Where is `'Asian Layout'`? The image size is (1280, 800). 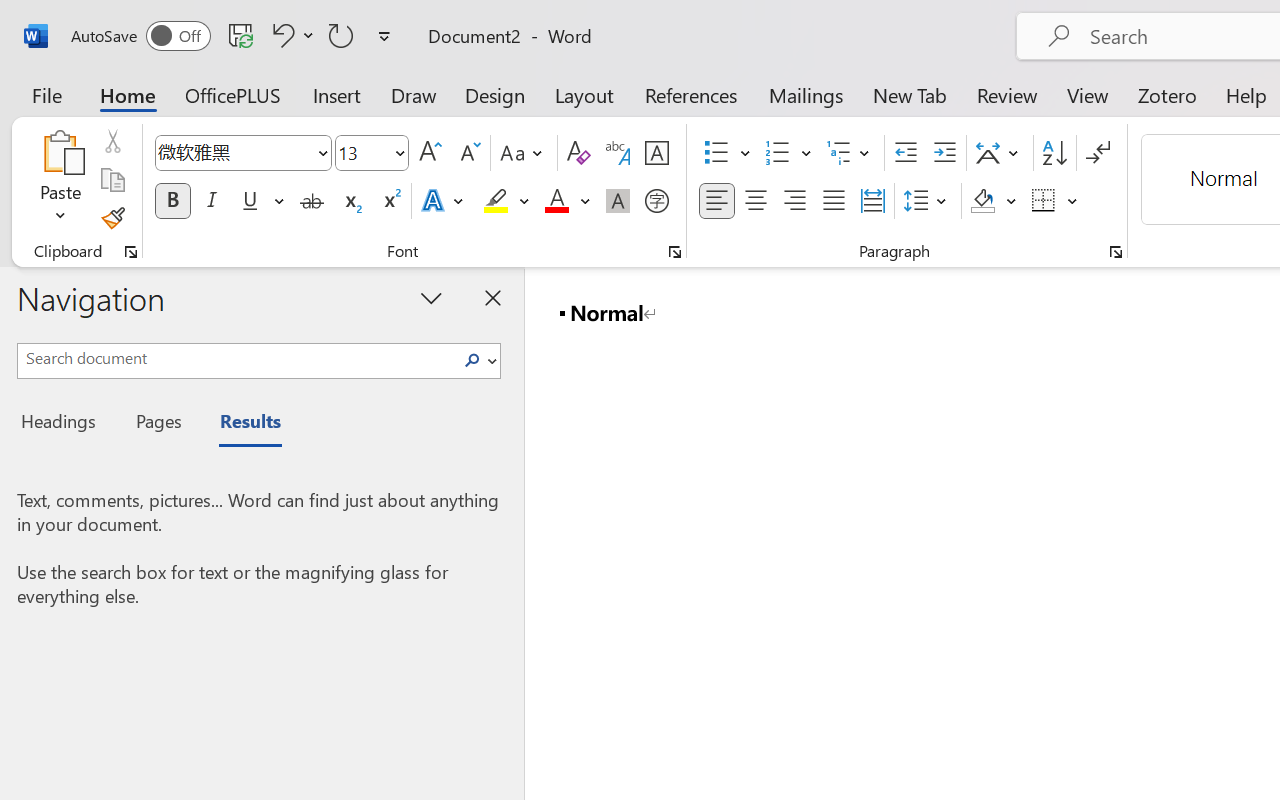 'Asian Layout' is located at coordinates (1000, 153).